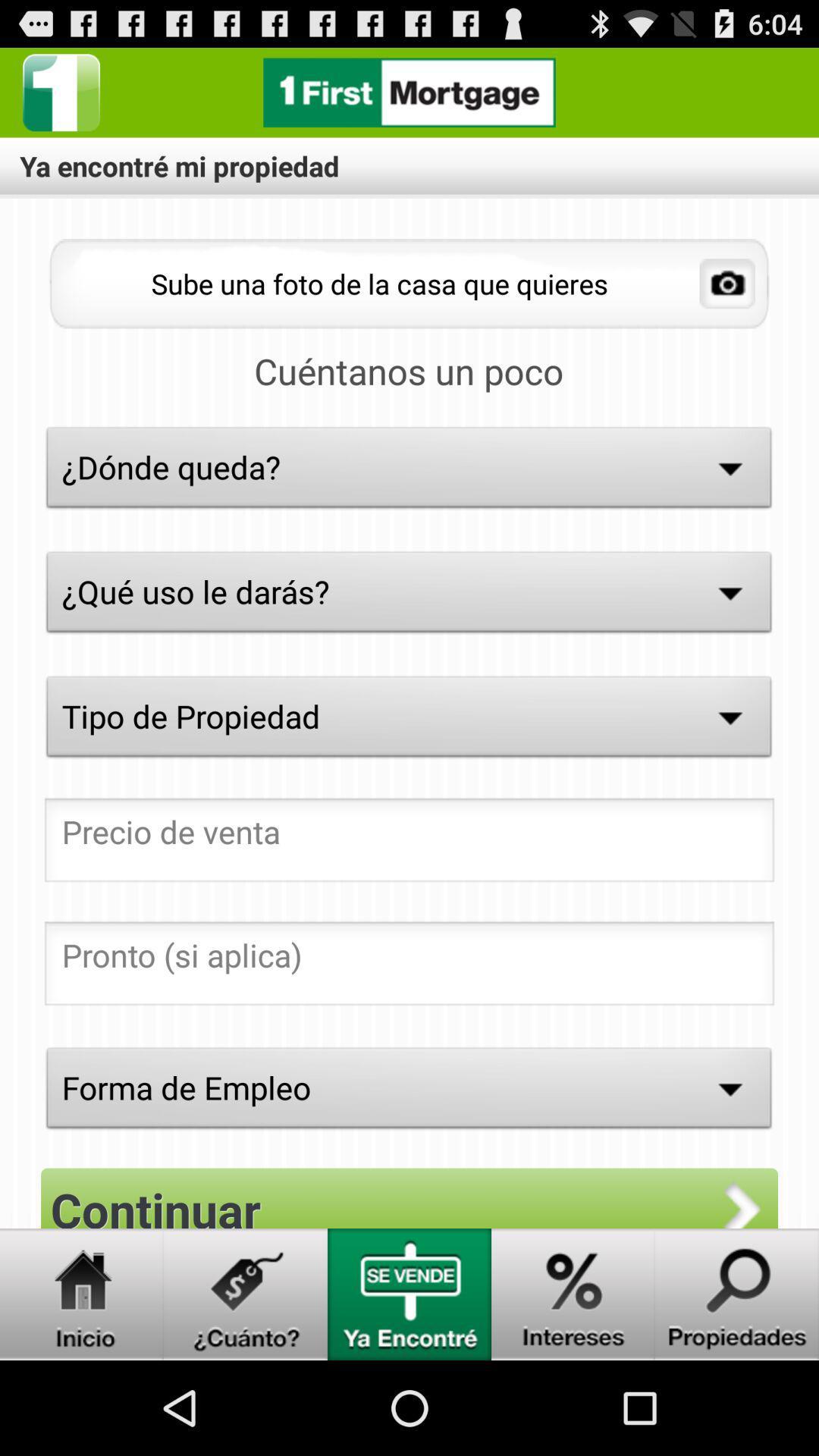 The height and width of the screenshot is (1456, 819). Describe the element at coordinates (82, 1385) in the screenshot. I see `the home icon` at that location.